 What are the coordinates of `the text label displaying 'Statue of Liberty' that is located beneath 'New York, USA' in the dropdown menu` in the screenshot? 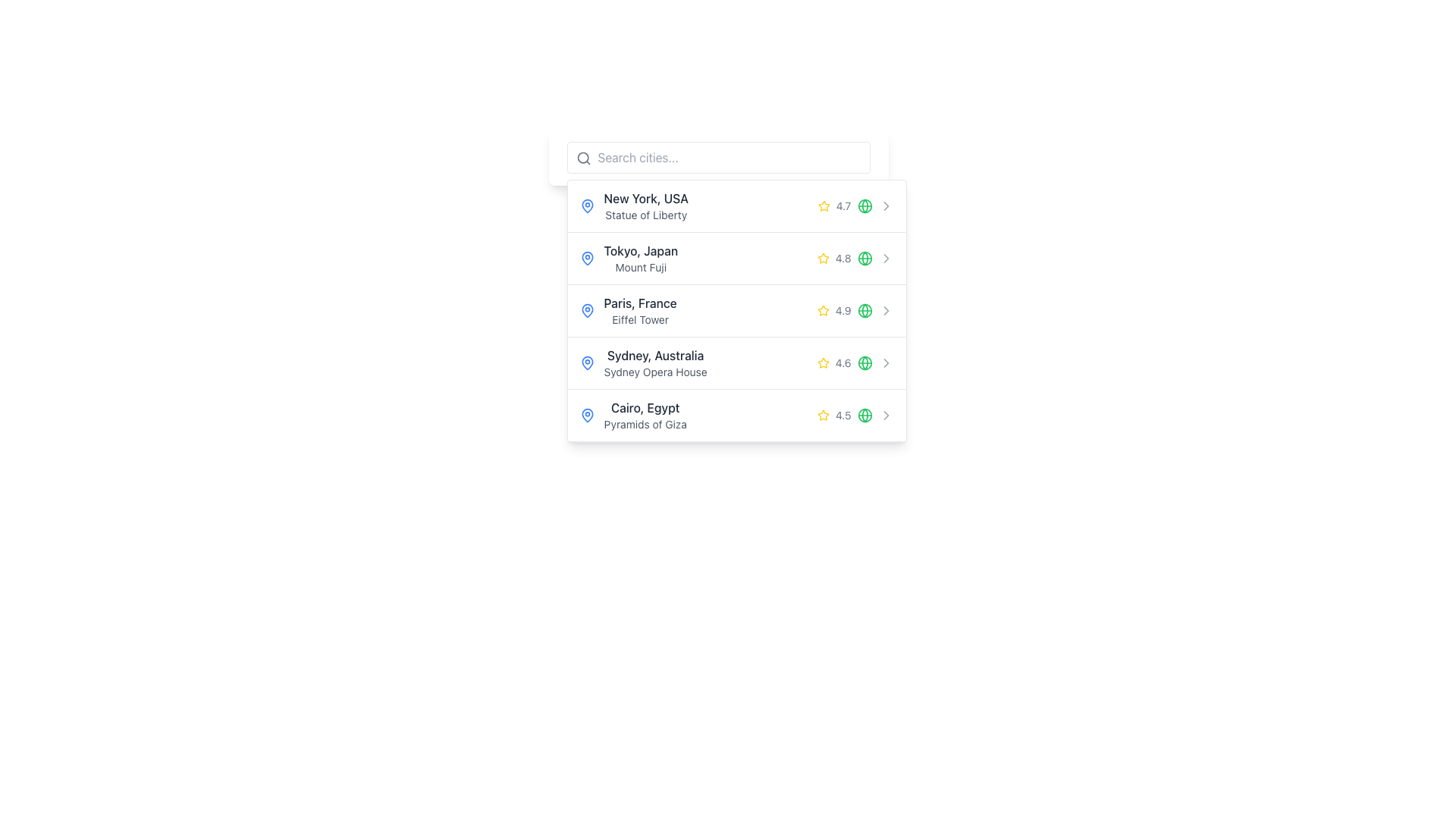 It's located at (646, 215).